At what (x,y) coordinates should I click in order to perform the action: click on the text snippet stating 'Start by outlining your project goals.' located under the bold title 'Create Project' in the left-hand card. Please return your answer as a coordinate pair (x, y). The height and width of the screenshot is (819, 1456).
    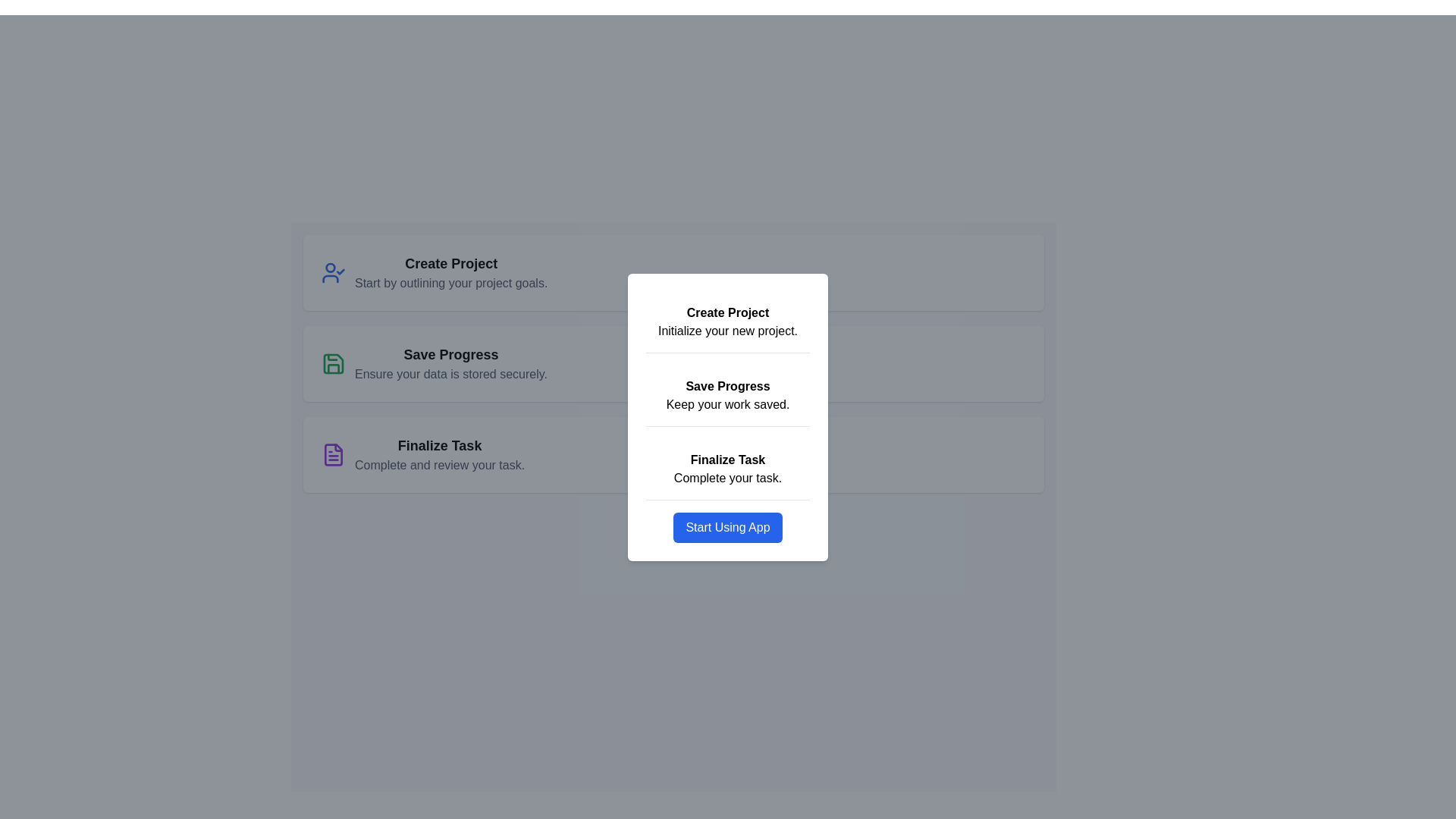
    Looking at the image, I should click on (450, 284).